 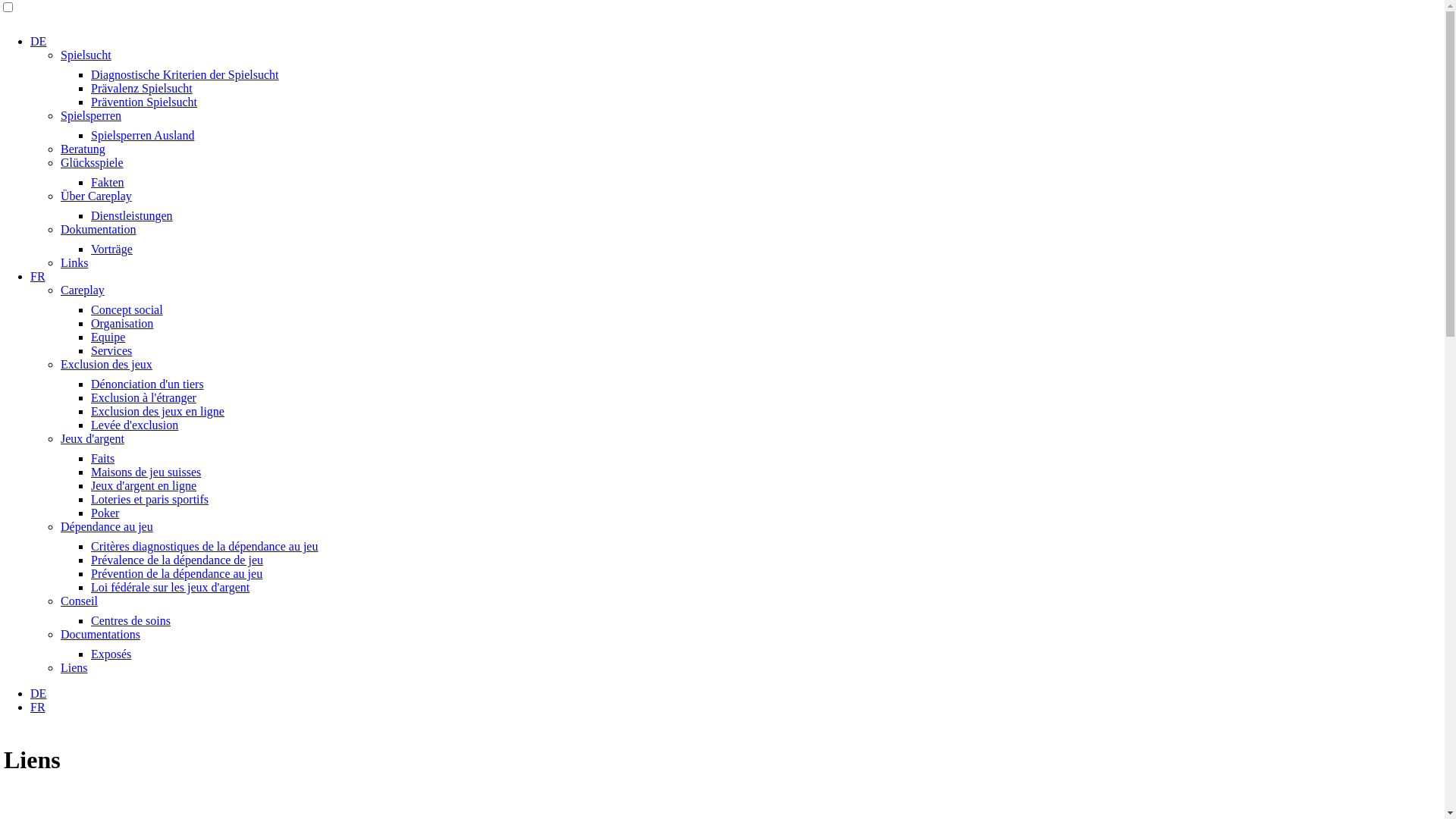 What do you see at coordinates (107, 336) in the screenshot?
I see `'Equipe'` at bounding box center [107, 336].